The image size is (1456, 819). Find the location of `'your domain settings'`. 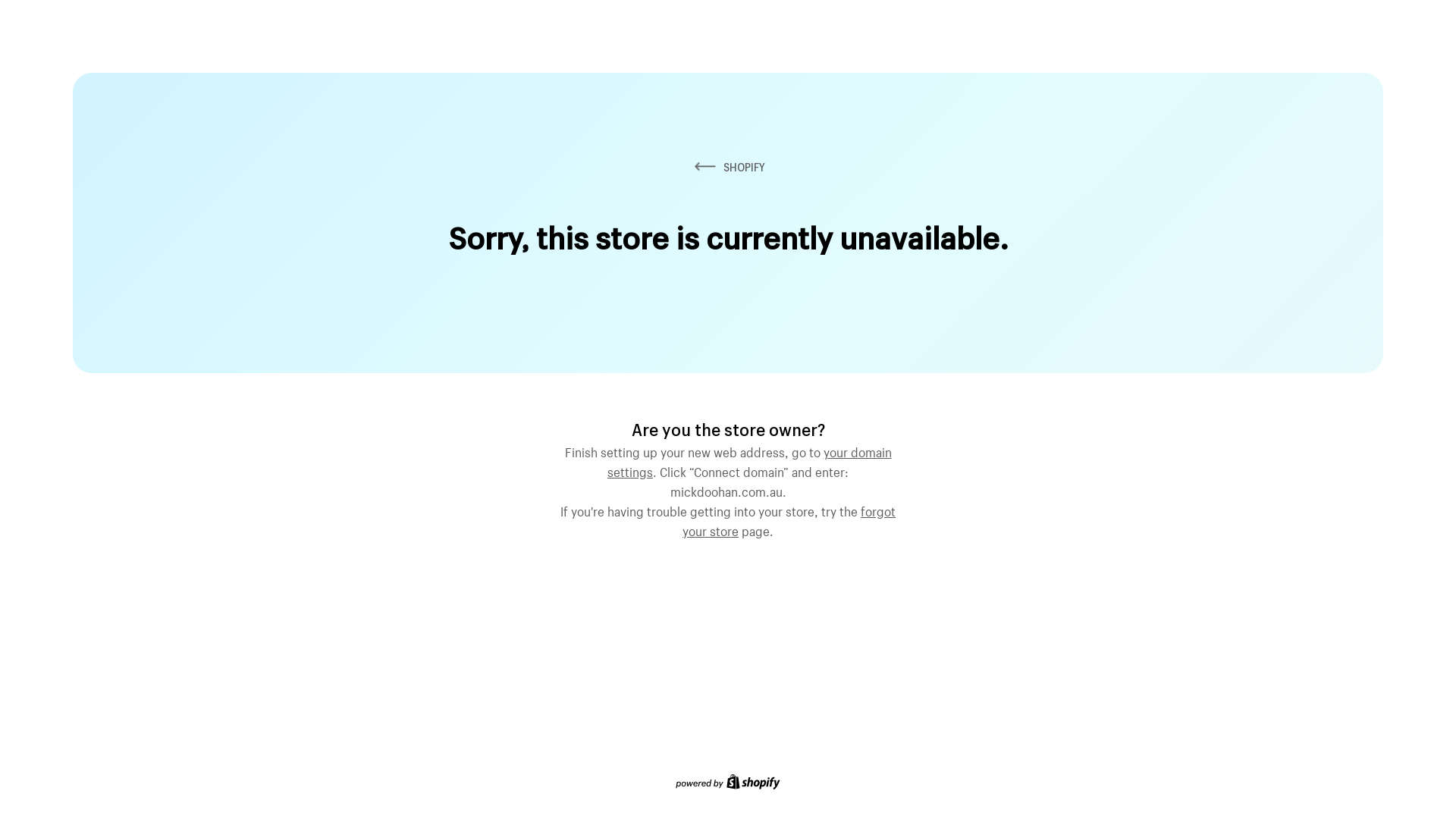

'your domain settings' is located at coordinates (749, 459).